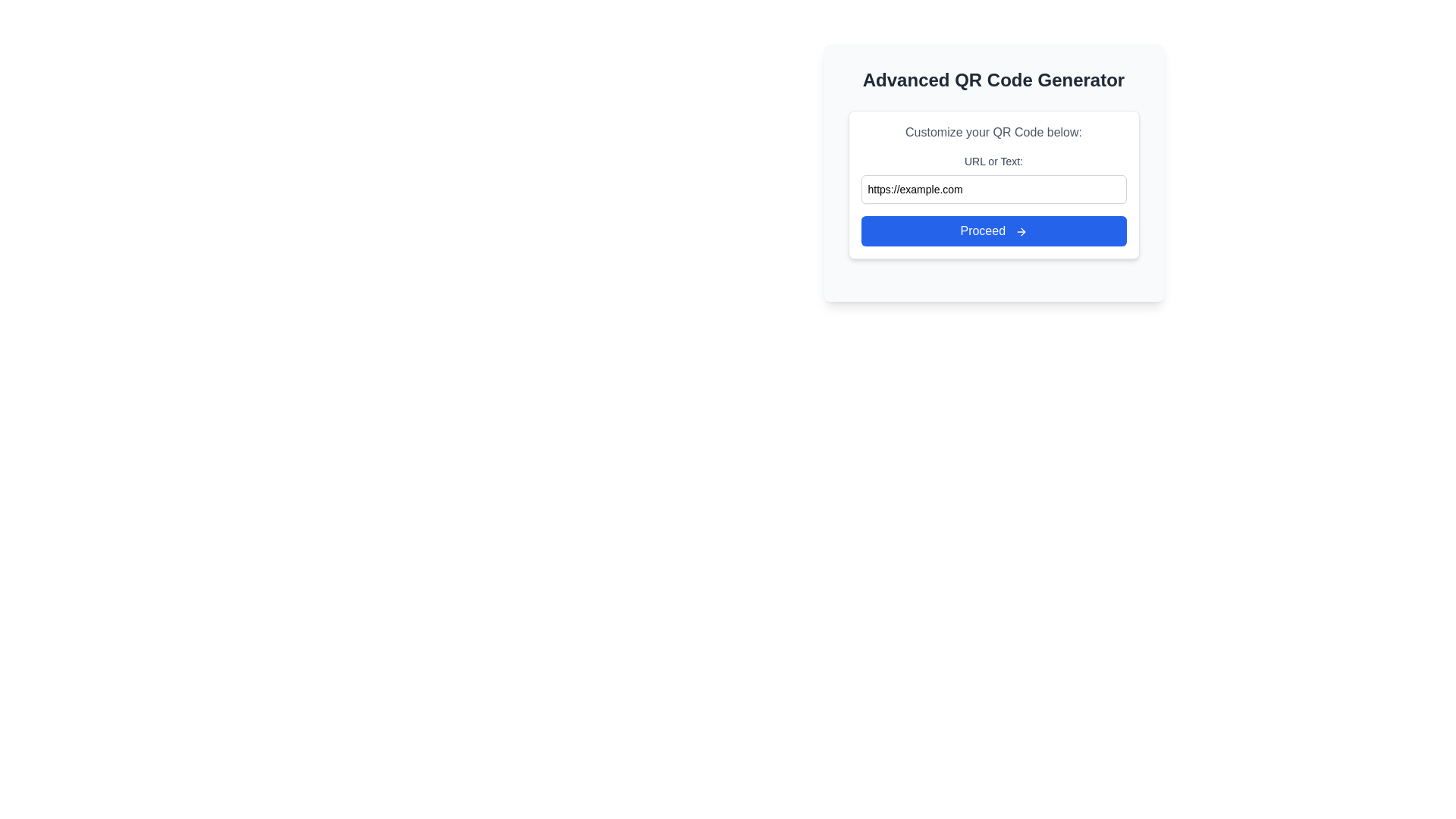  What do you see at coordinates (1022, 231) in the screenshot?
I see `the decorative arrow icon that indicates progression, located within a vector graphic next to the 'Proceed' button` at bounding box center [1022, 231].